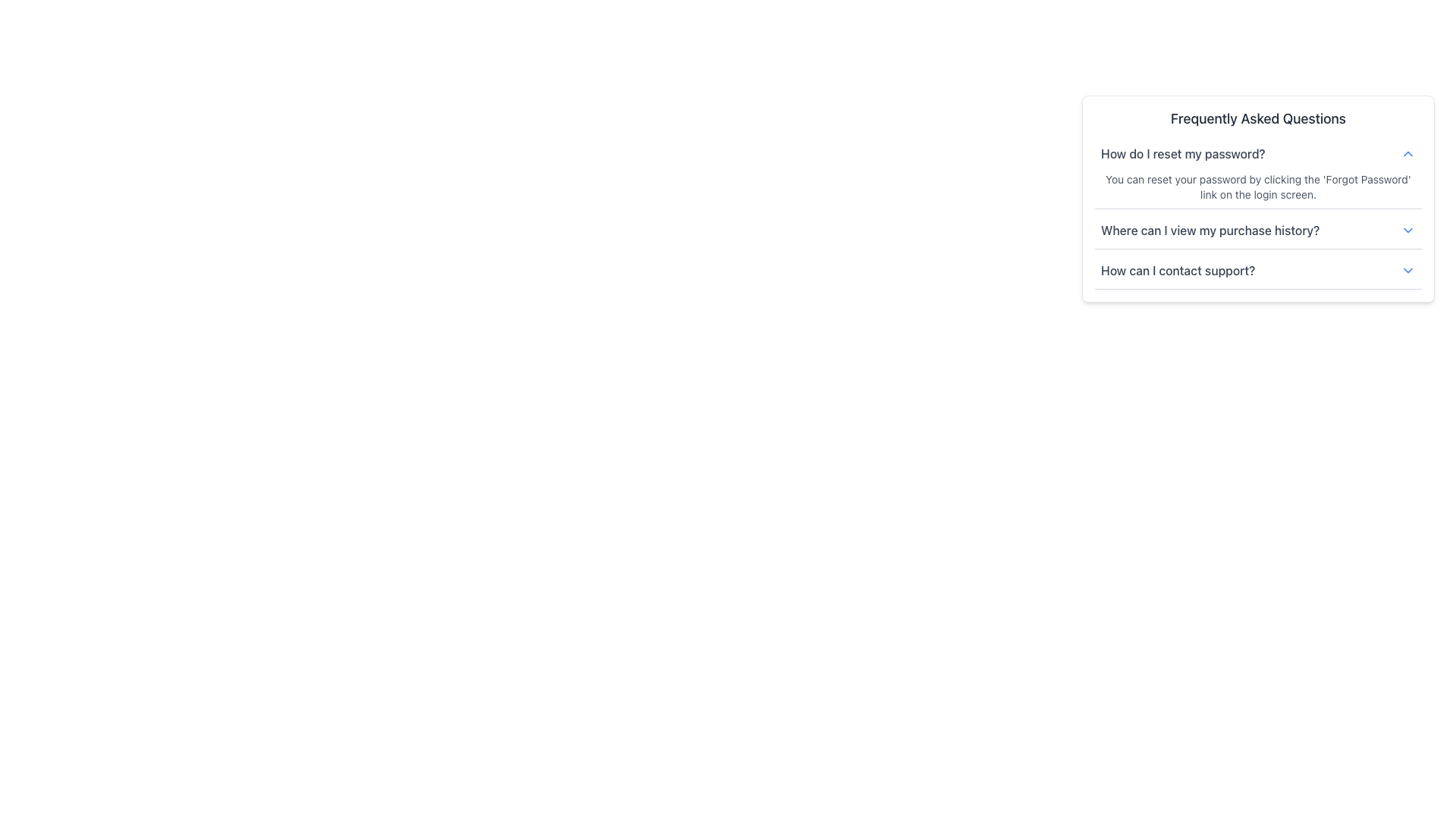 This screenshot has width=1456, height=819. I want to click on the Interactive FAQ question item at the bottom of the FAQ section, so click(1258, 270).